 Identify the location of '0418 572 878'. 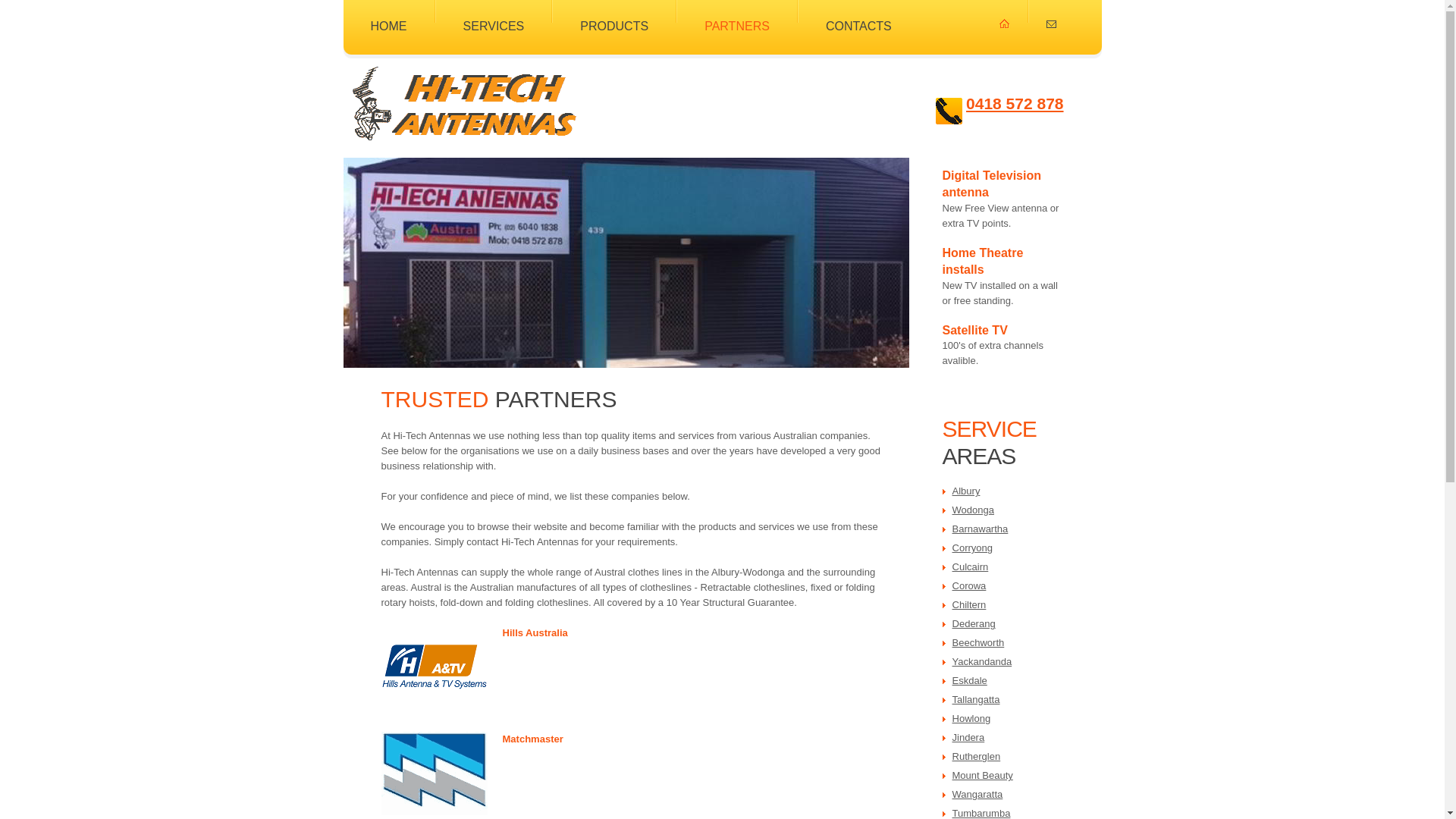
(1015, 103).